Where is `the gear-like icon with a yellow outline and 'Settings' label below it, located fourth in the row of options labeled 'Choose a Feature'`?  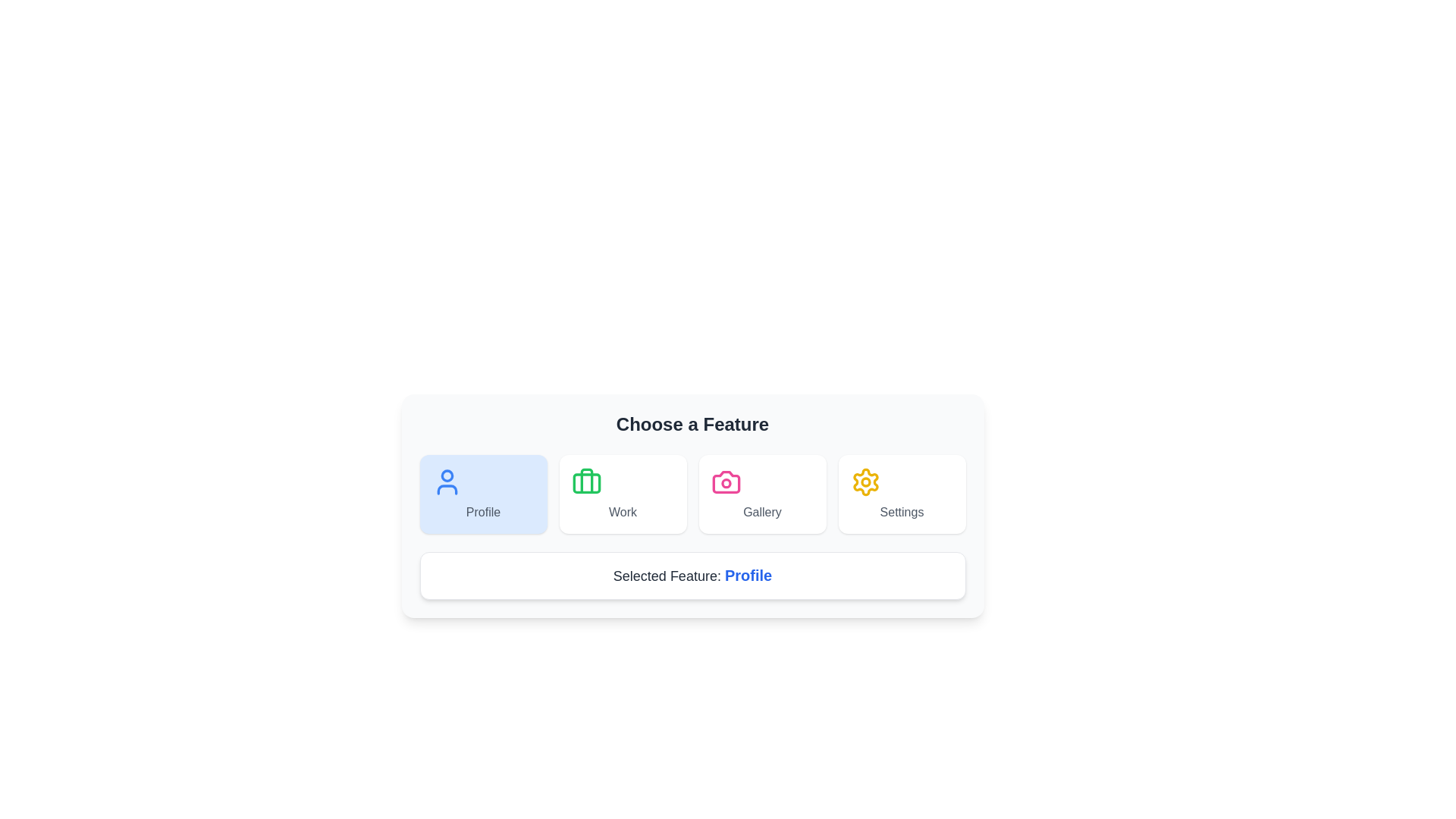
the gear-like icon with a yellow outline and 'Settings' label below it, located fourth in the row of options labeled 'Choose a Feature' is located at coordinates (865, 482).